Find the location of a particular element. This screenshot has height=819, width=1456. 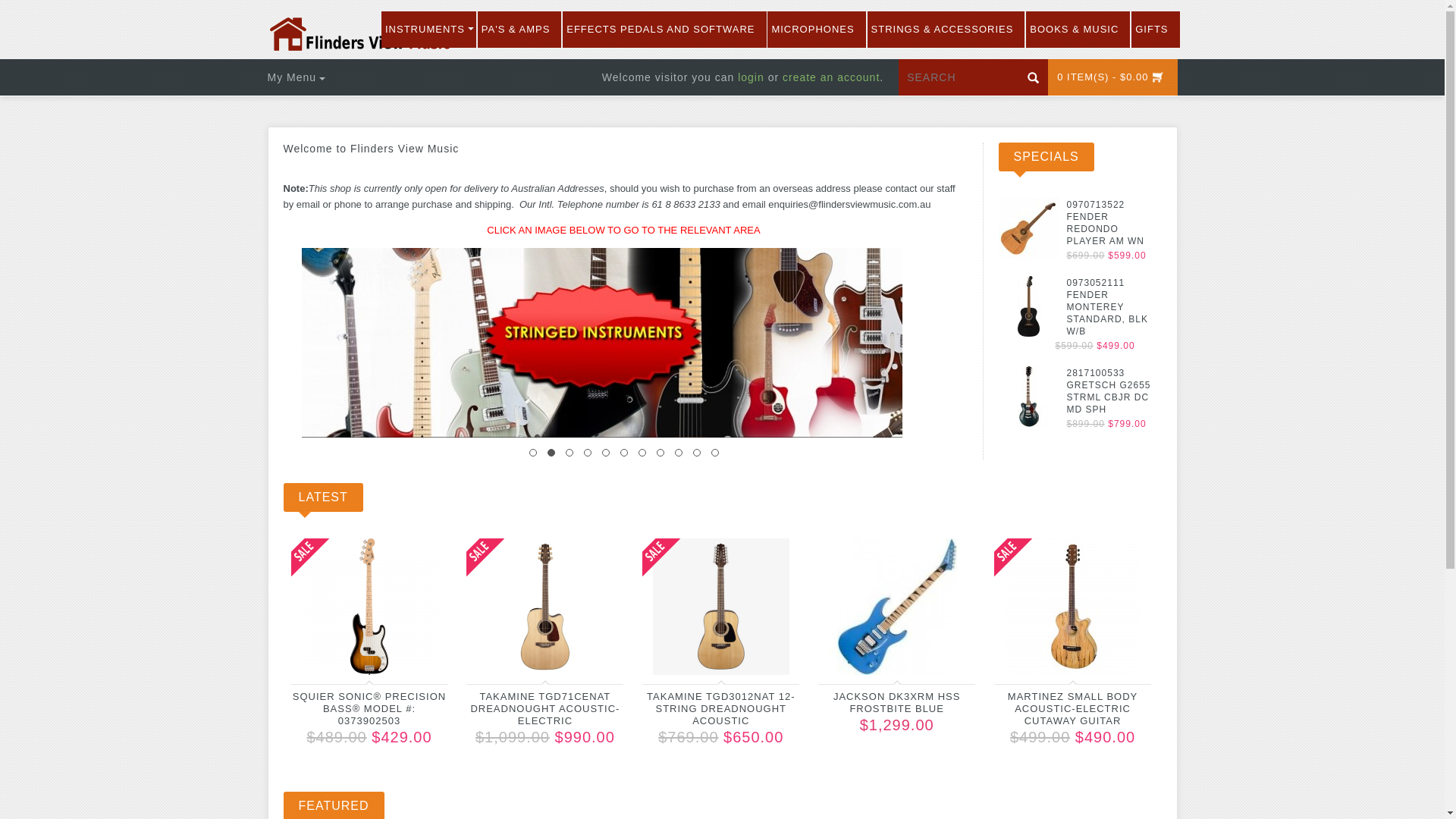

'TAKAMINE TGD3012NAT 12-STRING DREADNOUGHT ACOUSTIC' is located at coordinates (647, 708).